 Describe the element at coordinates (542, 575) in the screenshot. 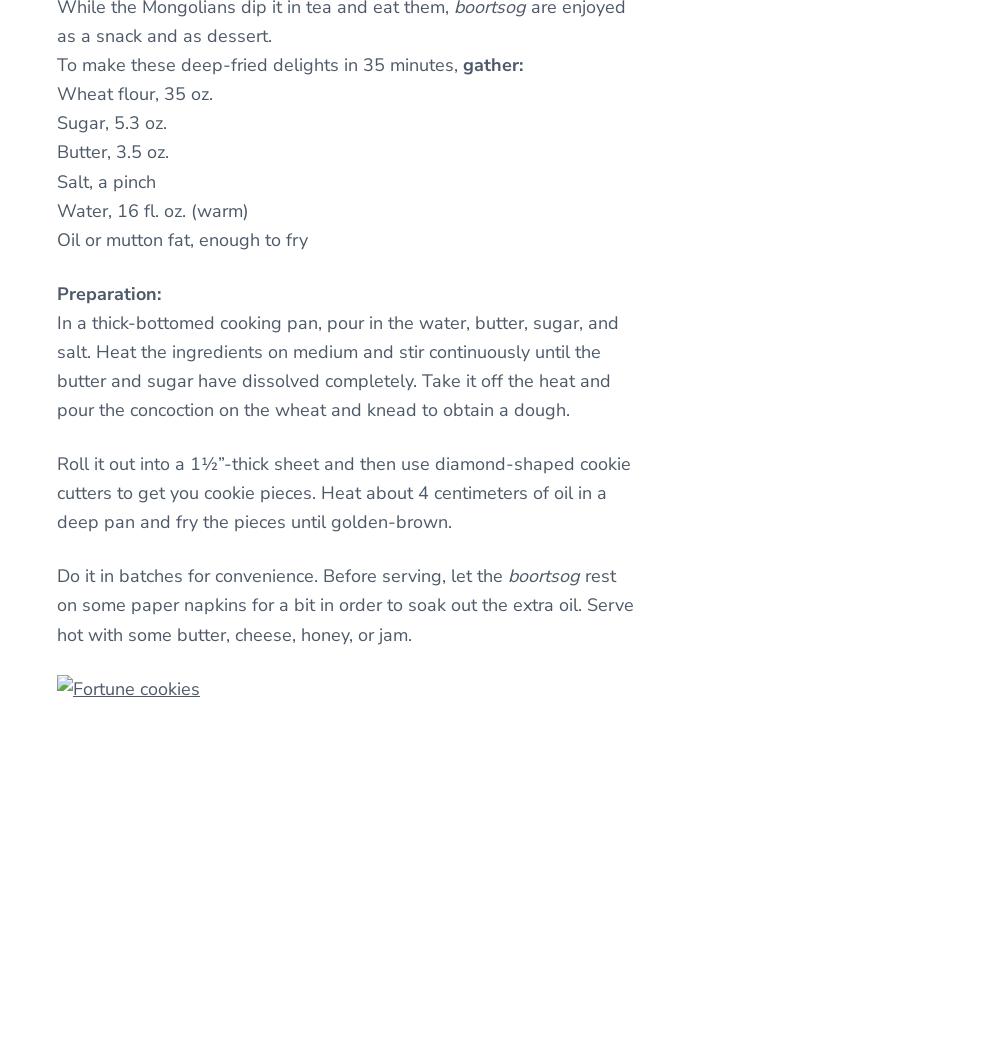

I see `'boortsog'` at that location.